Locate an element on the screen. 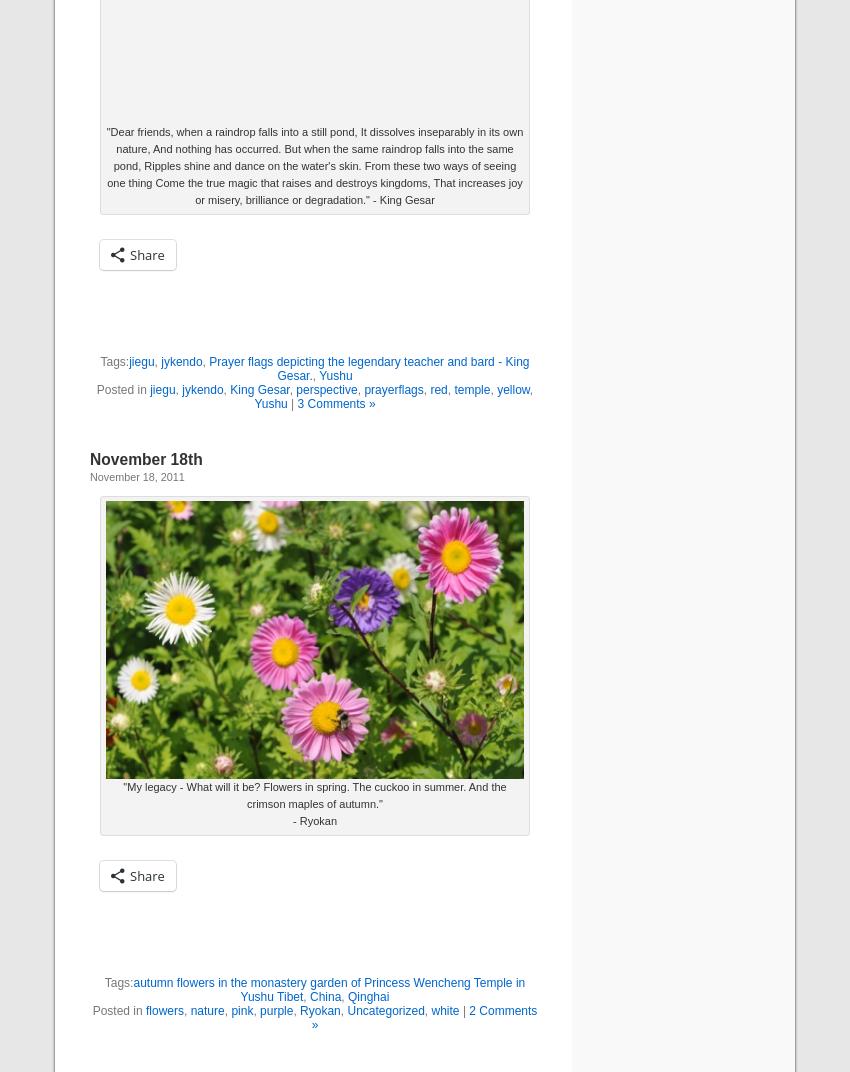  'November 18, 2011' is located at coordinates (137, 477).